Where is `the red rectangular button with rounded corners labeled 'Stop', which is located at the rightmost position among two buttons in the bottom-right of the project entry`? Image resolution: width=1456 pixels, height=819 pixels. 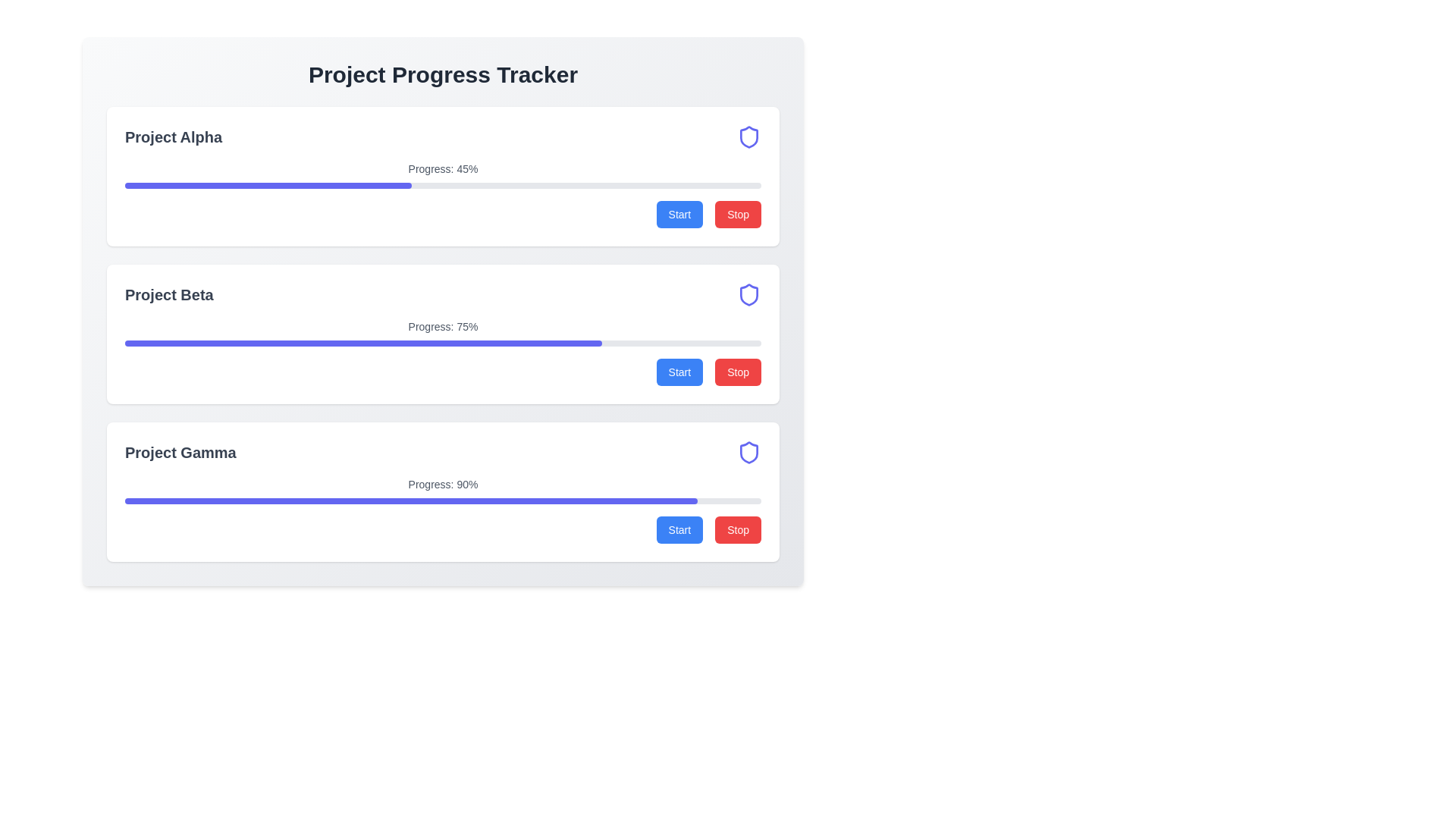 the red rectangular button with rounded corners labeled 'Stop', which is located at the rightmost position among two buttons in the bottom-right of the project entry is located at coordinates (738, 214).